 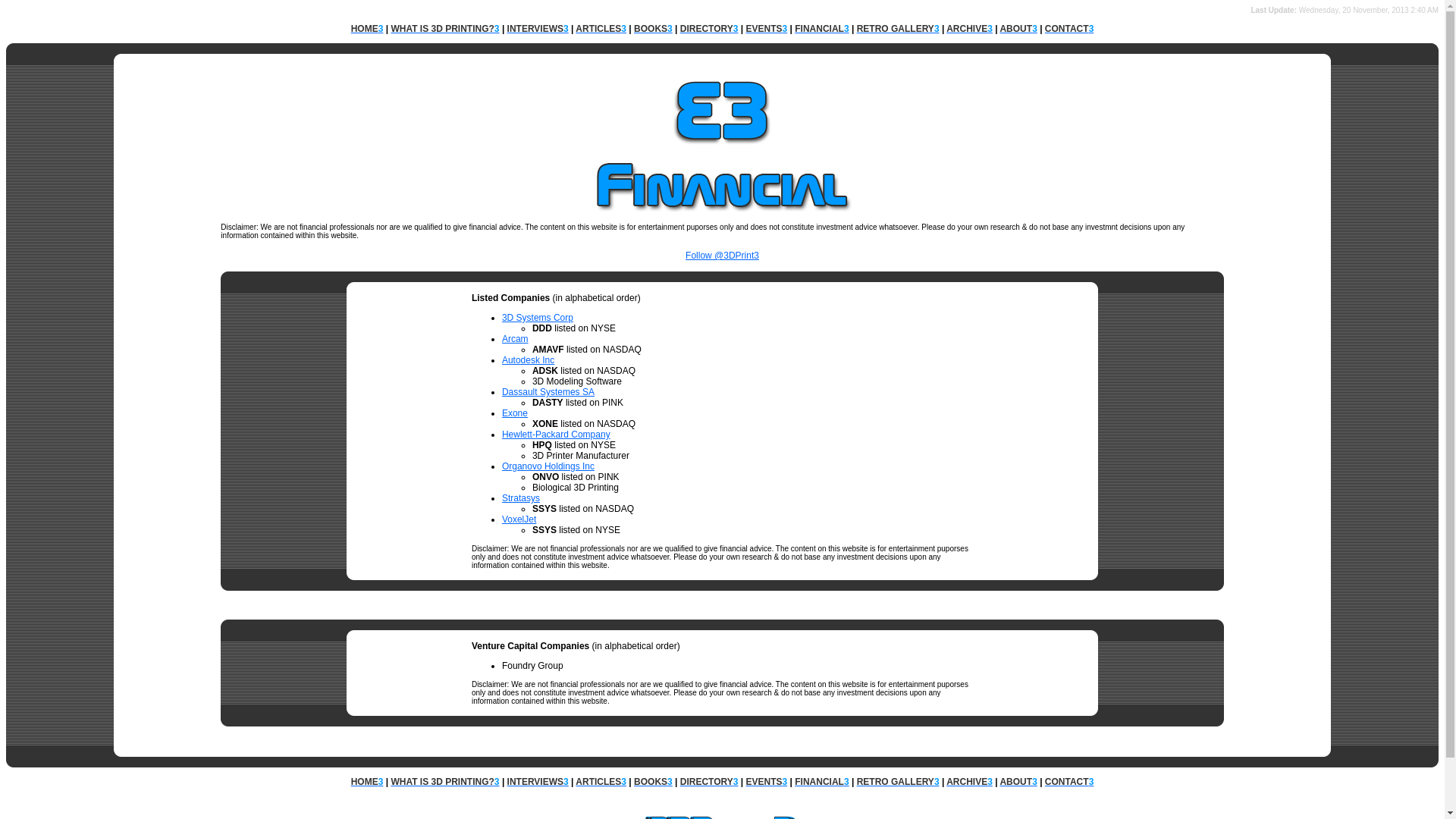 What do you see at coordinates (538, 29) in the screenshot?
I see `'INTERVIEWS3'` at bounding box center [538, 29].